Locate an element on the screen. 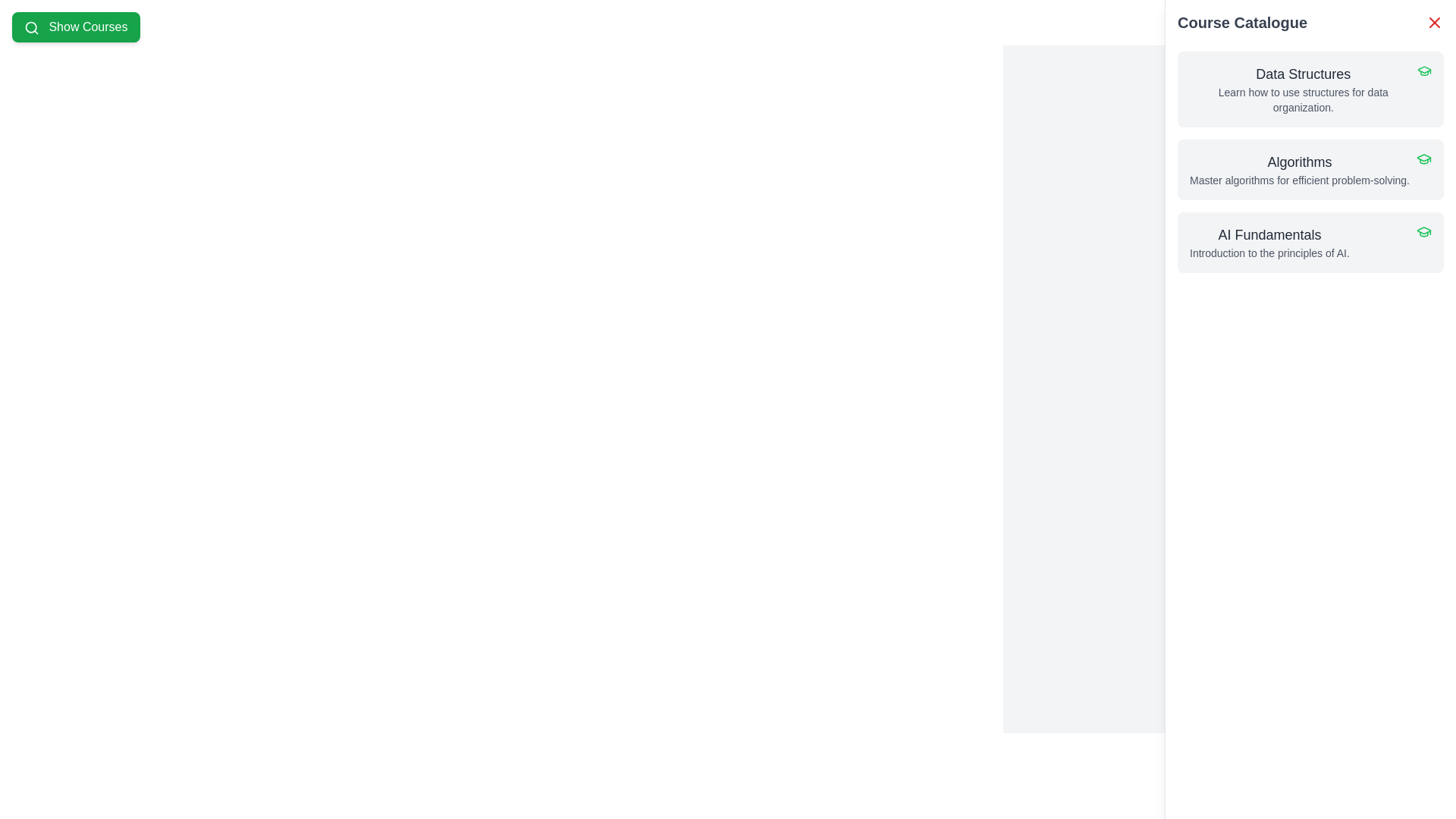 This screenshot has height=819, width=1456. icon representing the 'Data Structures' course, located at the rightmost part of the course module in the topmost item of the list is located at coordinates (1423, 71).